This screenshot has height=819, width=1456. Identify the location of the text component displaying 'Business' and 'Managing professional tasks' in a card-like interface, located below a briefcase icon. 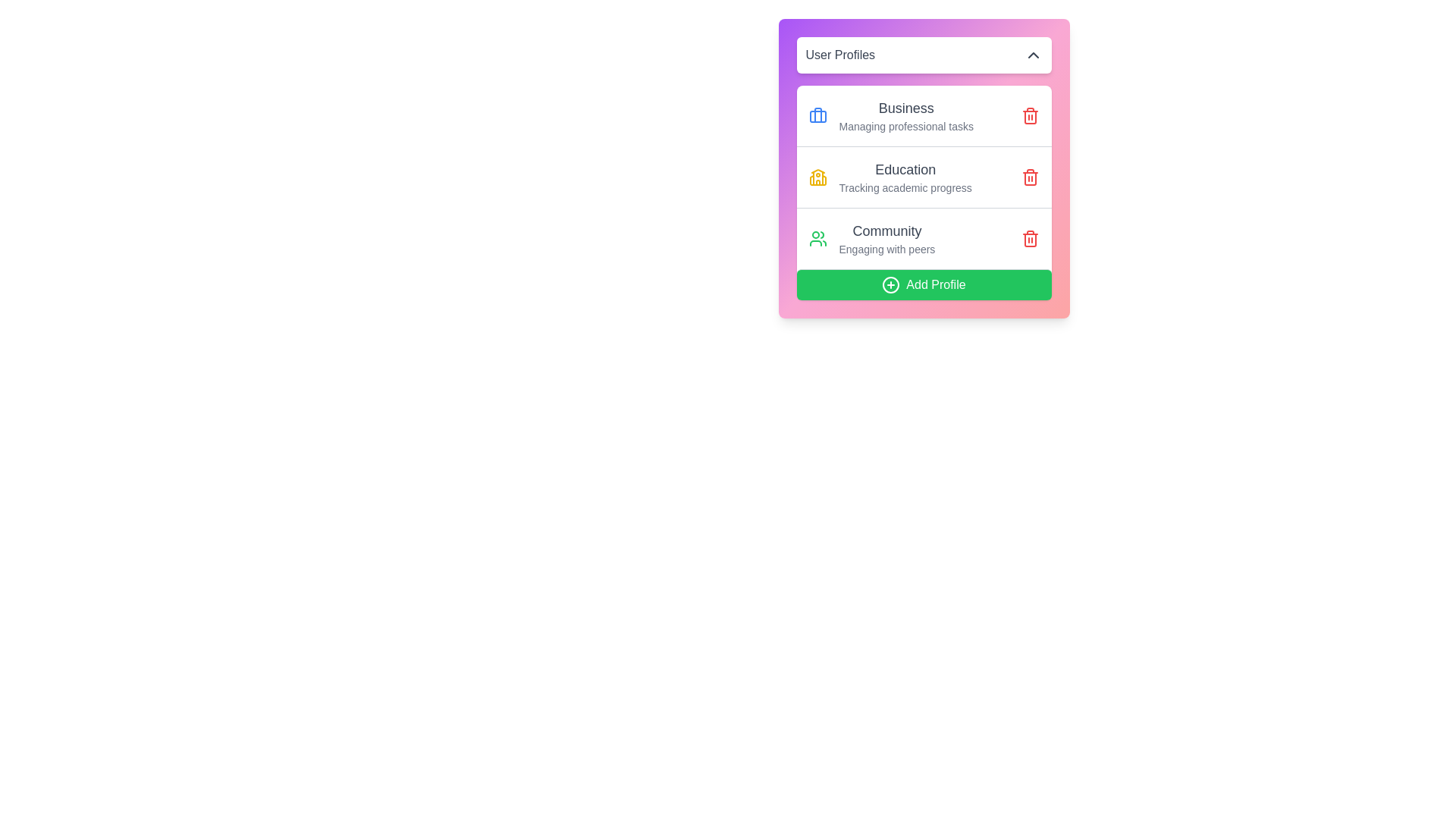
(906, 115).